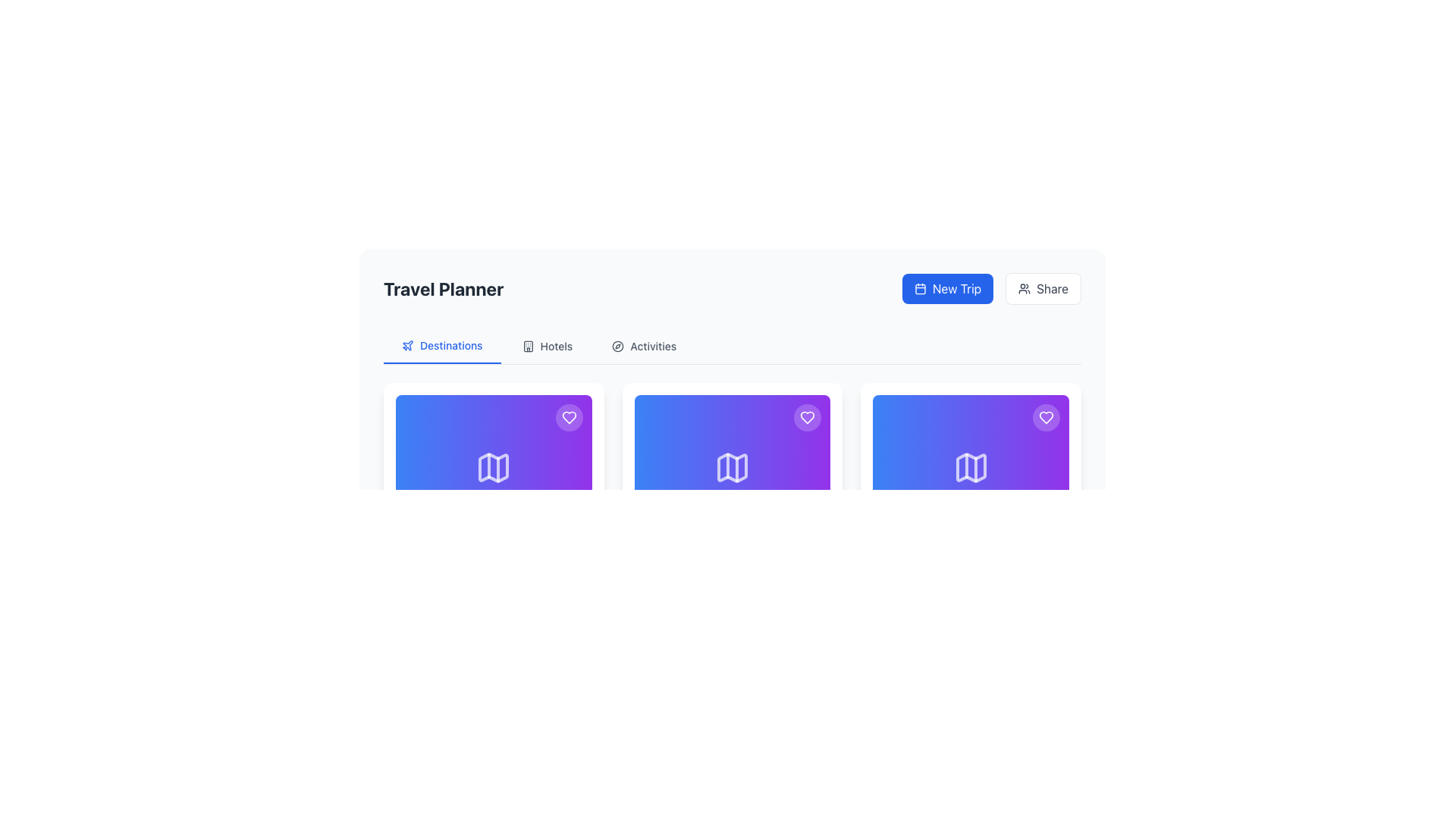  I want to click on the map-related icon embedded within the interactive card located in the center of the second card under the 'Destinations' tab, so click(732, 467).